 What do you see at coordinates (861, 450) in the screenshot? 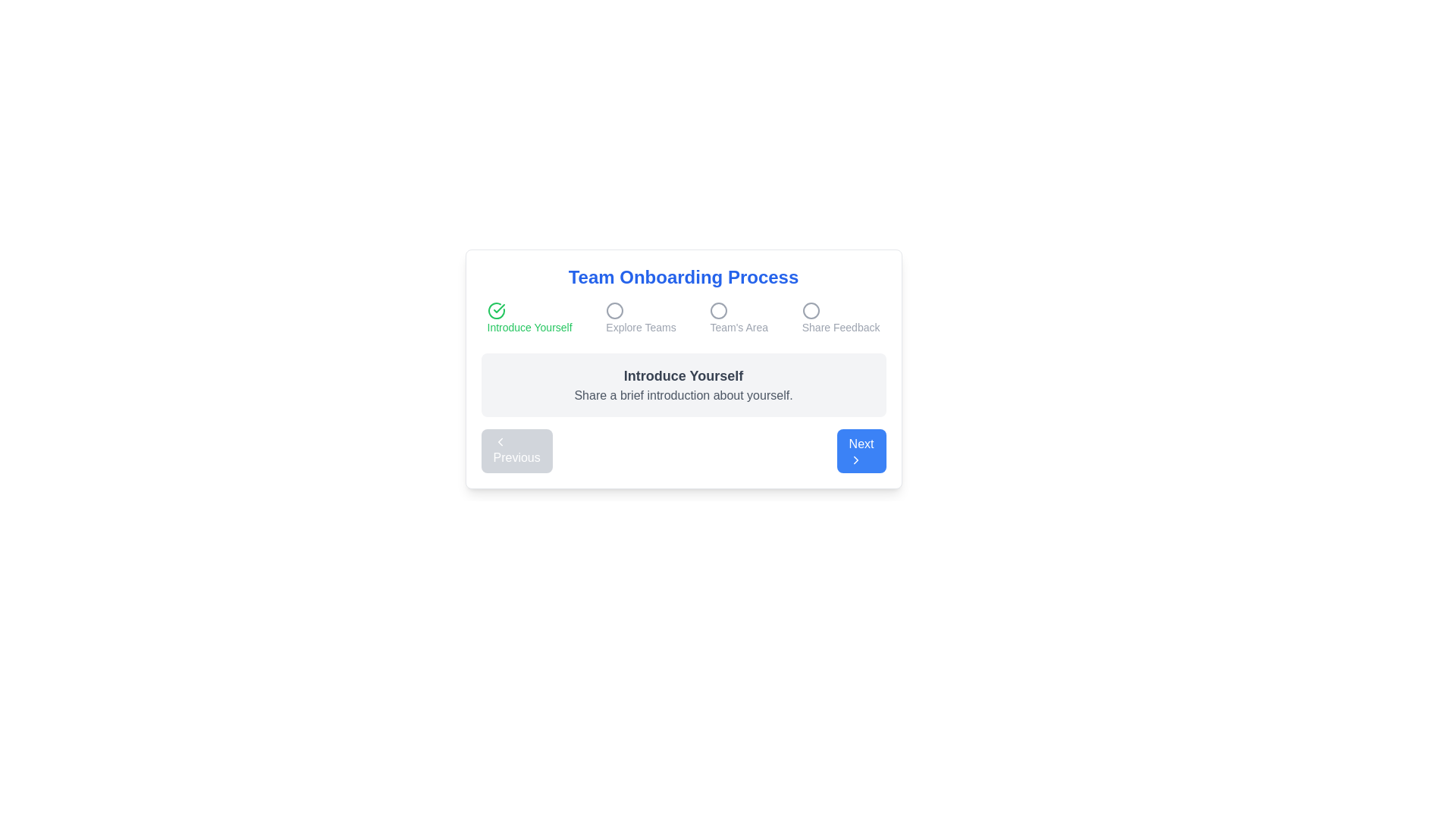
I see `'Next' button to proceed to the next step in the onboarding process` at bounding box center [861, 450].